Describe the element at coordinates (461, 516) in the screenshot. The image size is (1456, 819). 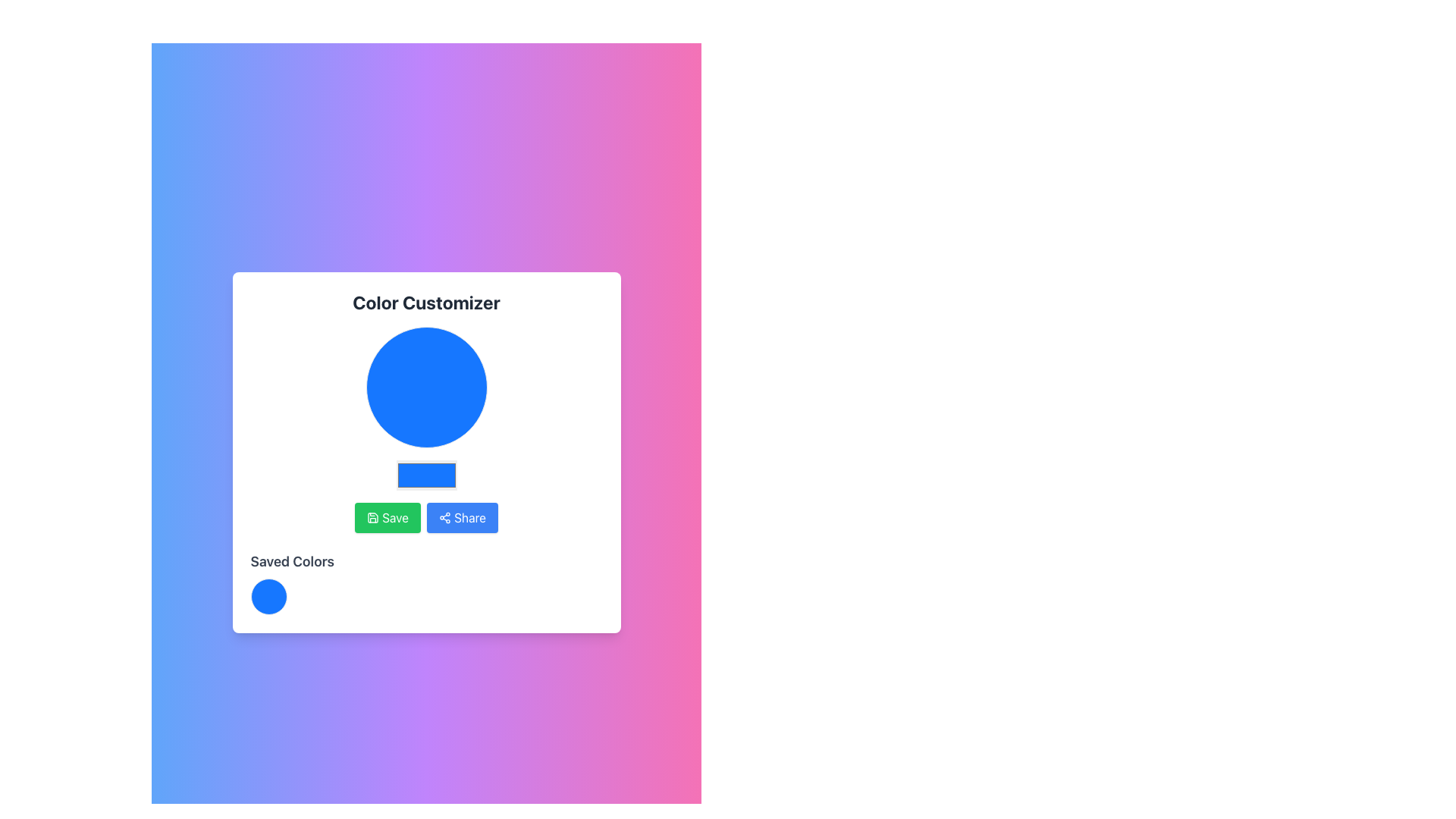
I see `the 'Share' button, which has a blue background and white text, located below the 'Color Customizer' title and adjacent to the 'Save' button` at that location.